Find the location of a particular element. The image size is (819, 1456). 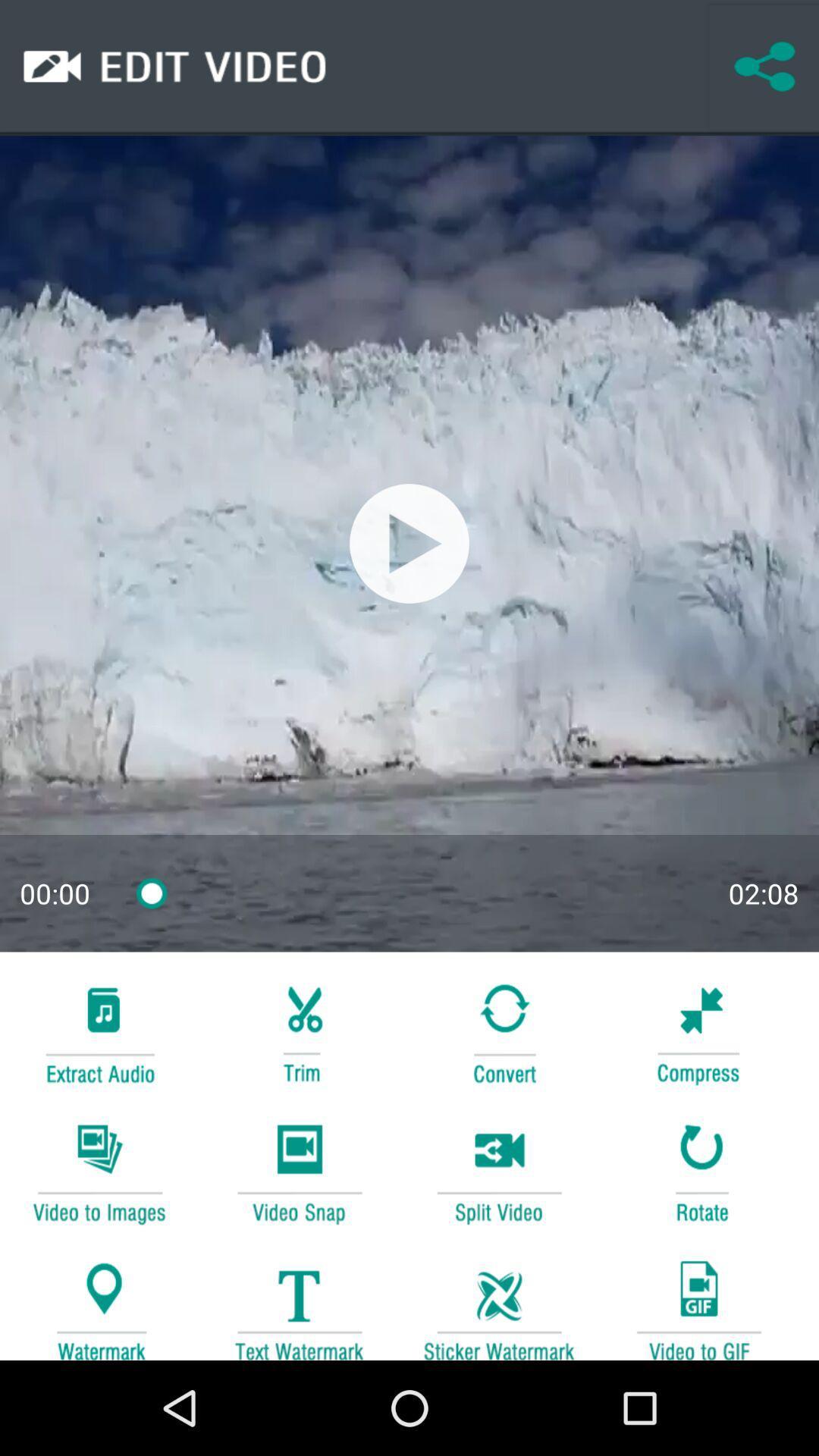

share is located at coordinates (764, 67).